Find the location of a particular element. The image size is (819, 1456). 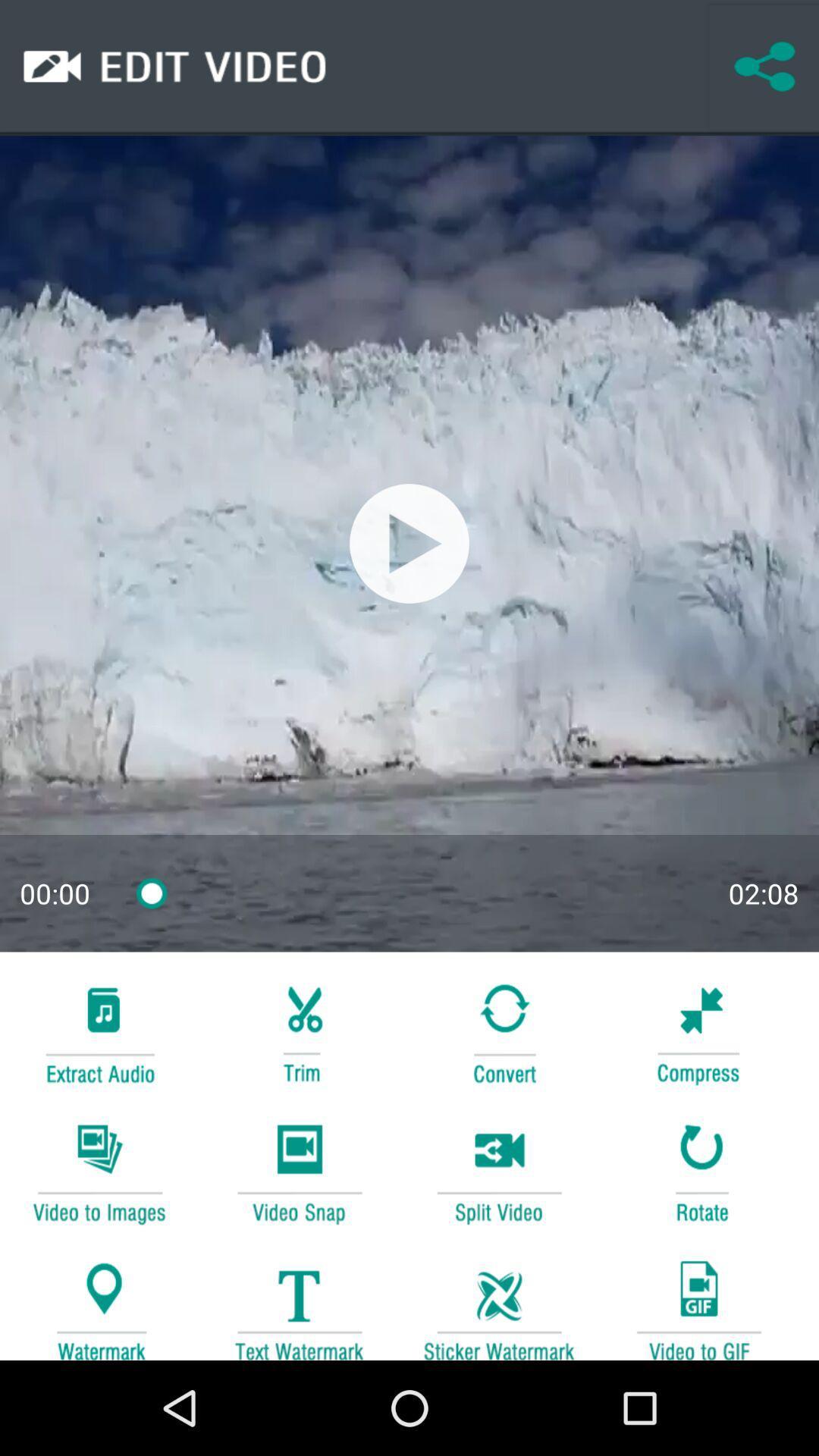

share is located at coordinates (764, 67).